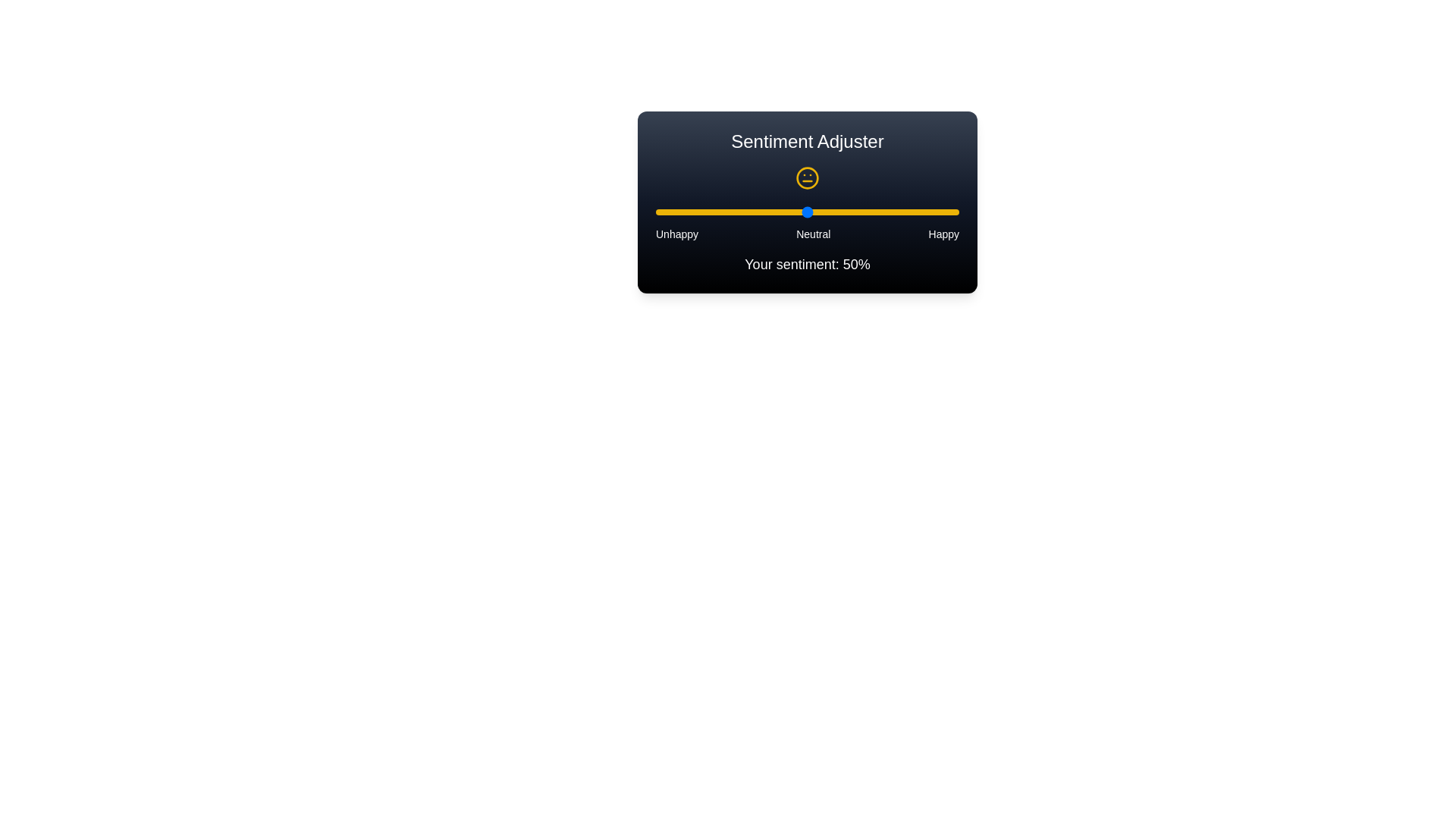  What do you see at coordinates (704, 212) in the screenshot?
I see `the sentiment slider to 16%, where sentiment is a value between 0 and 100` at bounding box center [704, 212].